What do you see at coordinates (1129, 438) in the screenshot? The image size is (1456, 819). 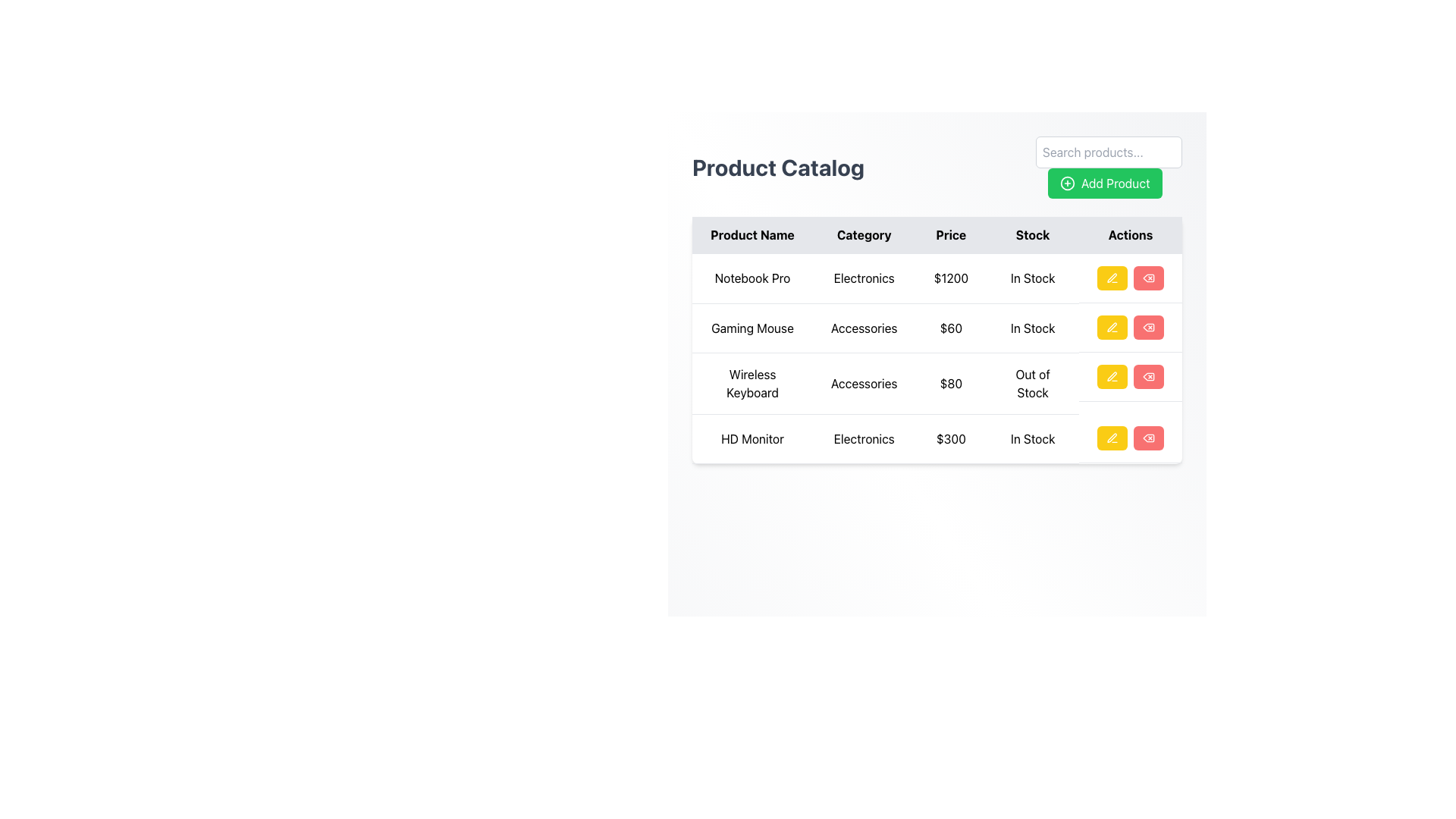 I see `the yellow button located in the 'Actions' column of the 'HD Monitor' product row` at bounding box center [1129, 438].